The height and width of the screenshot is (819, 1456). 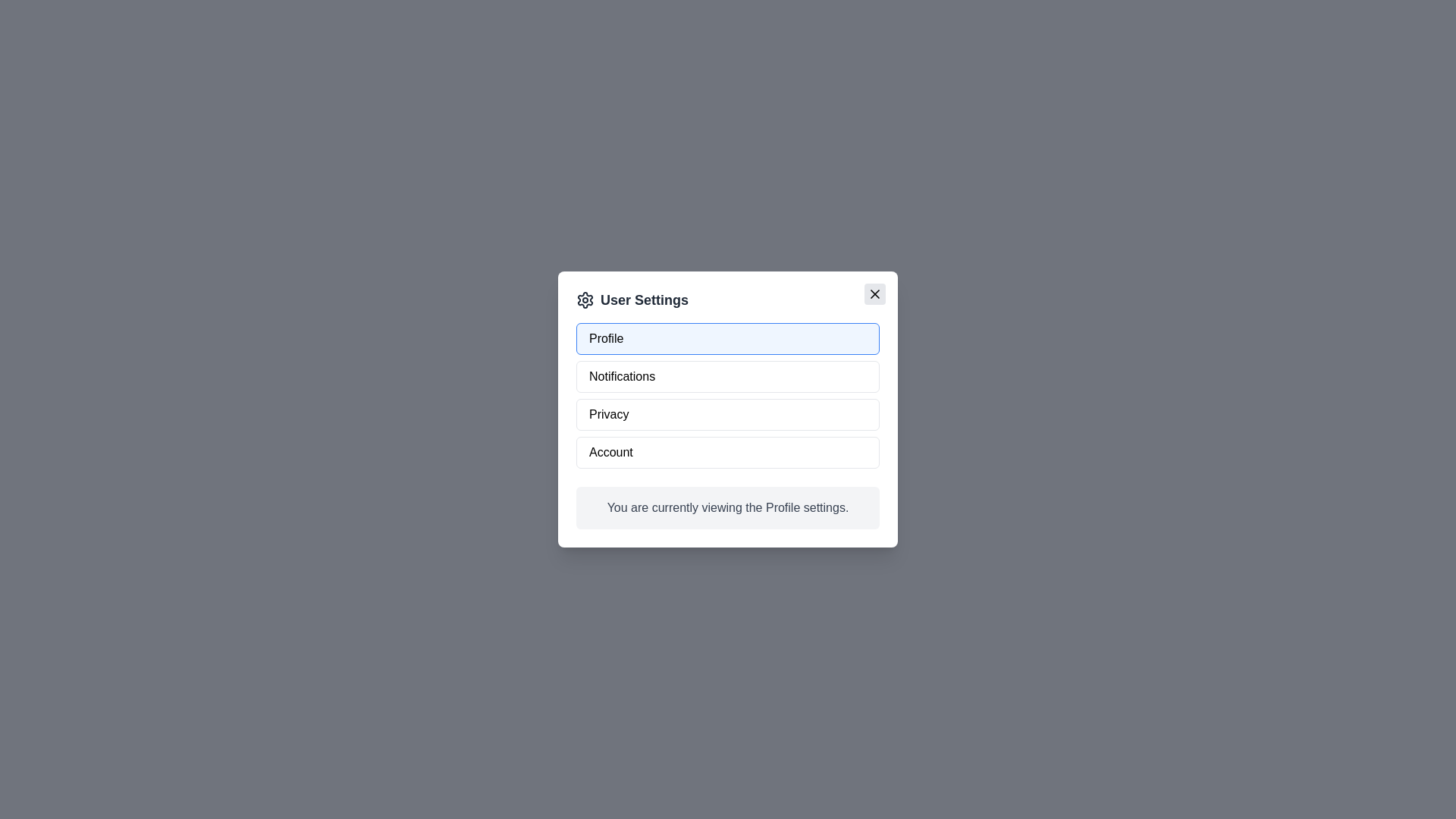 What do you see at coordinates (728, 415) in the screenshot?
I see `the setting Privacy by clicking on its button` at bounding box center [728, 415].